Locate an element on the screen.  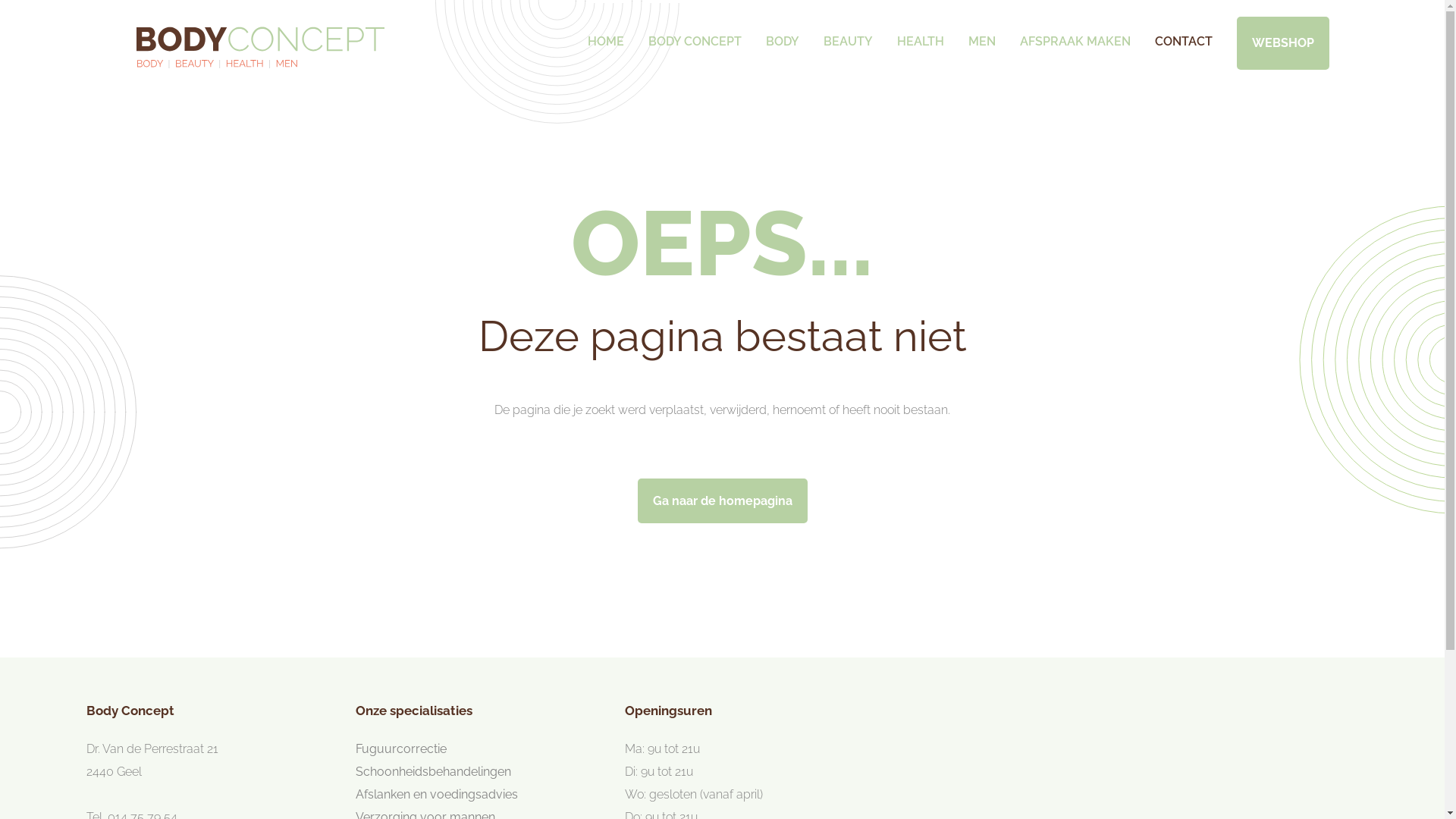
'Schoonheidsbehandelingen' is located at coordinates (432, 771).